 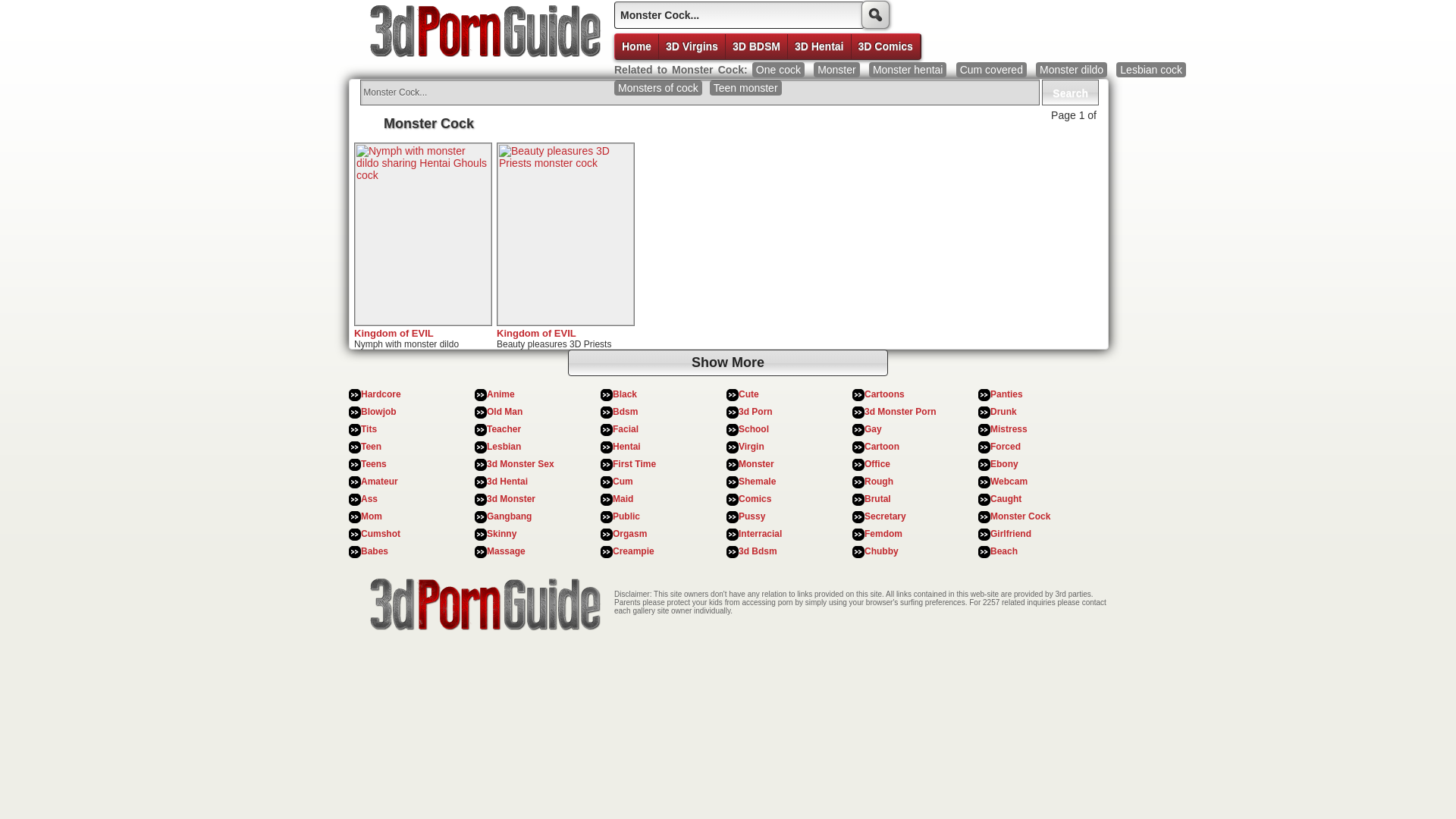 What do you see at coordinates (881, 551) in the screenshot?
I see `'Chubby'` at bounding box center [881, 551].